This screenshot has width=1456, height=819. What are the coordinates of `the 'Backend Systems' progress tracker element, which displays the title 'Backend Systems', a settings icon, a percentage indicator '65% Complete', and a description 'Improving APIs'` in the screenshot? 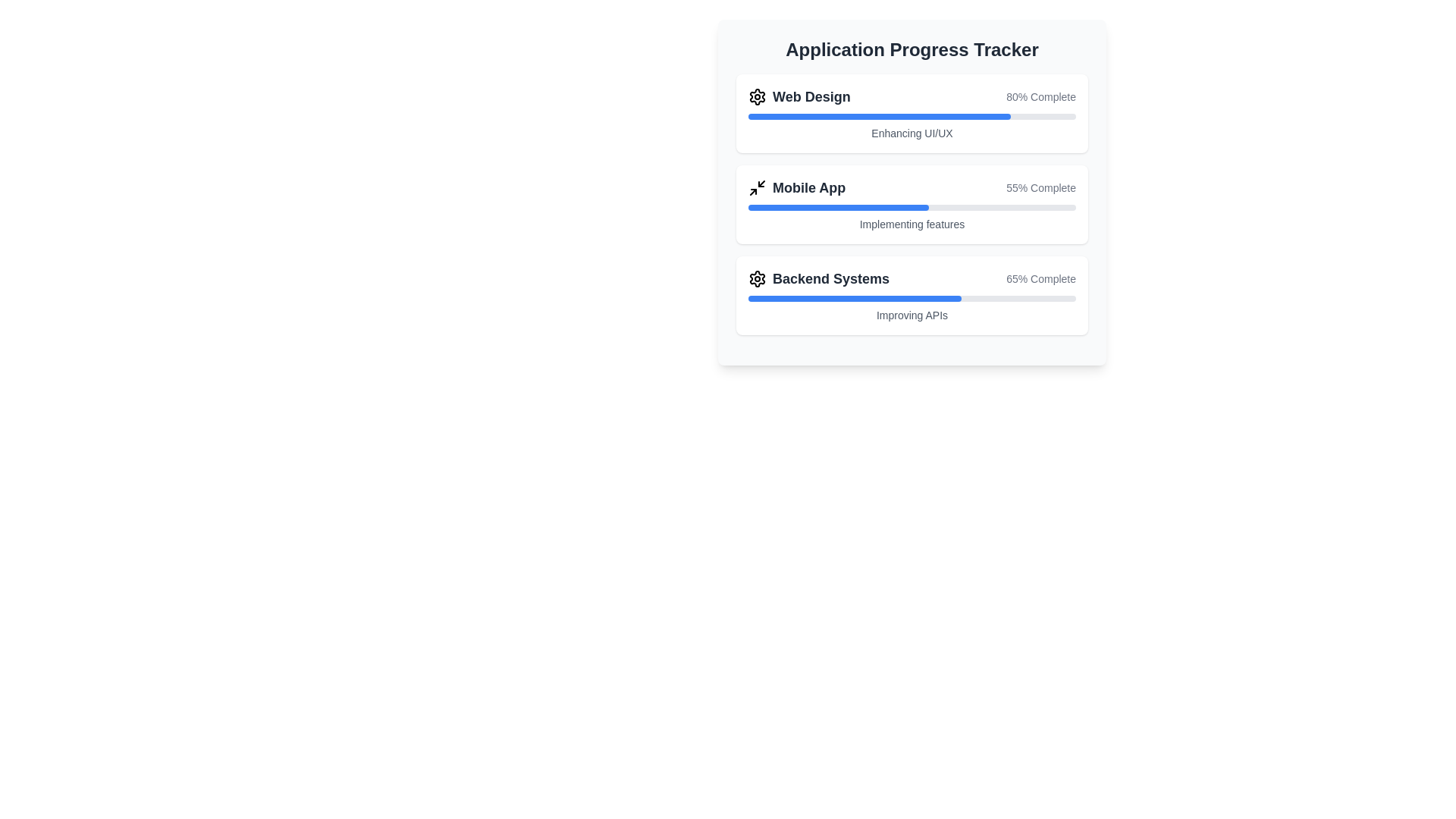 It's located at (912, 295).